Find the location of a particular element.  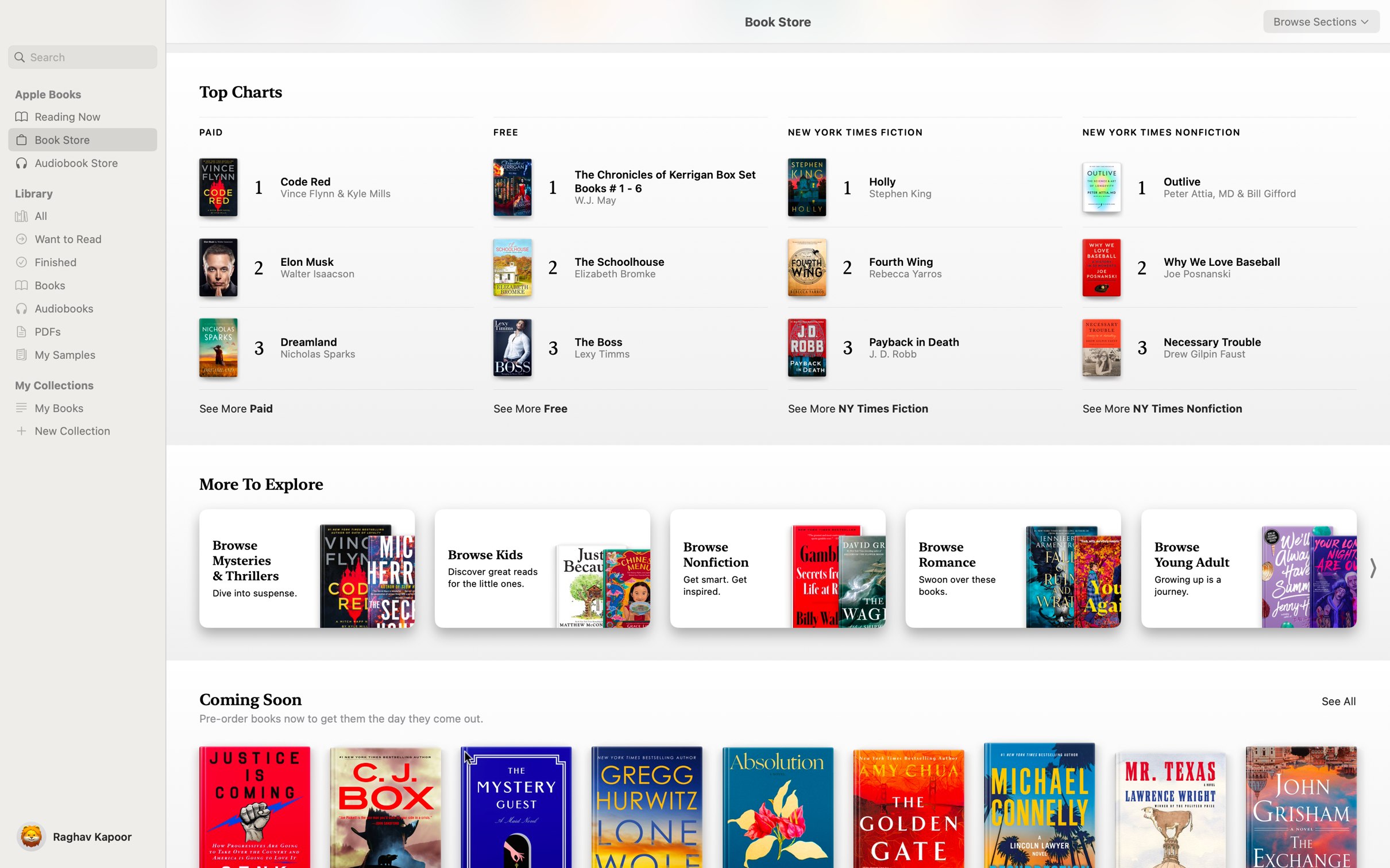

Explore and select Kids books in "More to Explore" section is located at coordinates (542, 569).